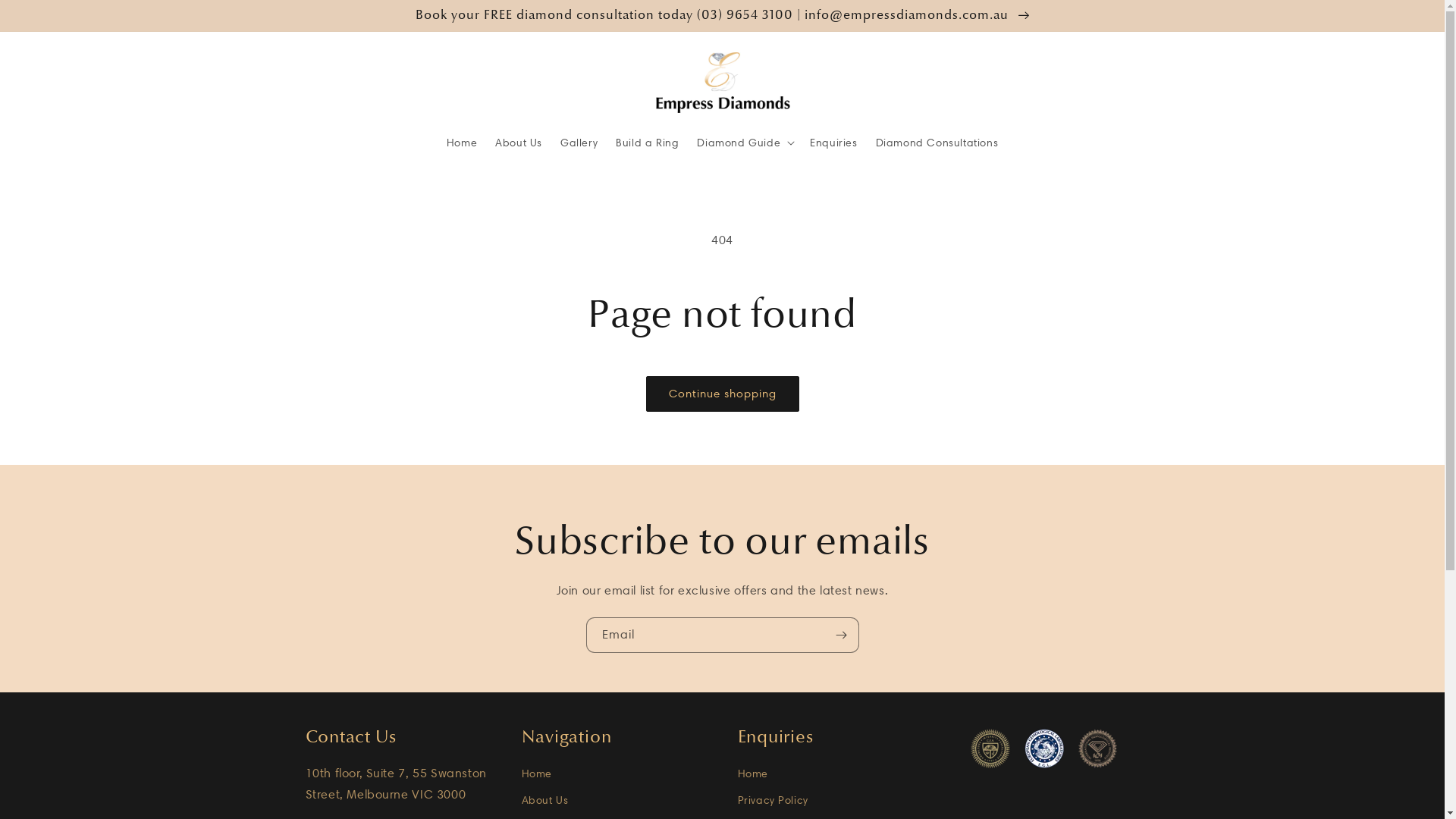 The image size is (1456, 819). I want to click on 'Home', so click(521, 775).